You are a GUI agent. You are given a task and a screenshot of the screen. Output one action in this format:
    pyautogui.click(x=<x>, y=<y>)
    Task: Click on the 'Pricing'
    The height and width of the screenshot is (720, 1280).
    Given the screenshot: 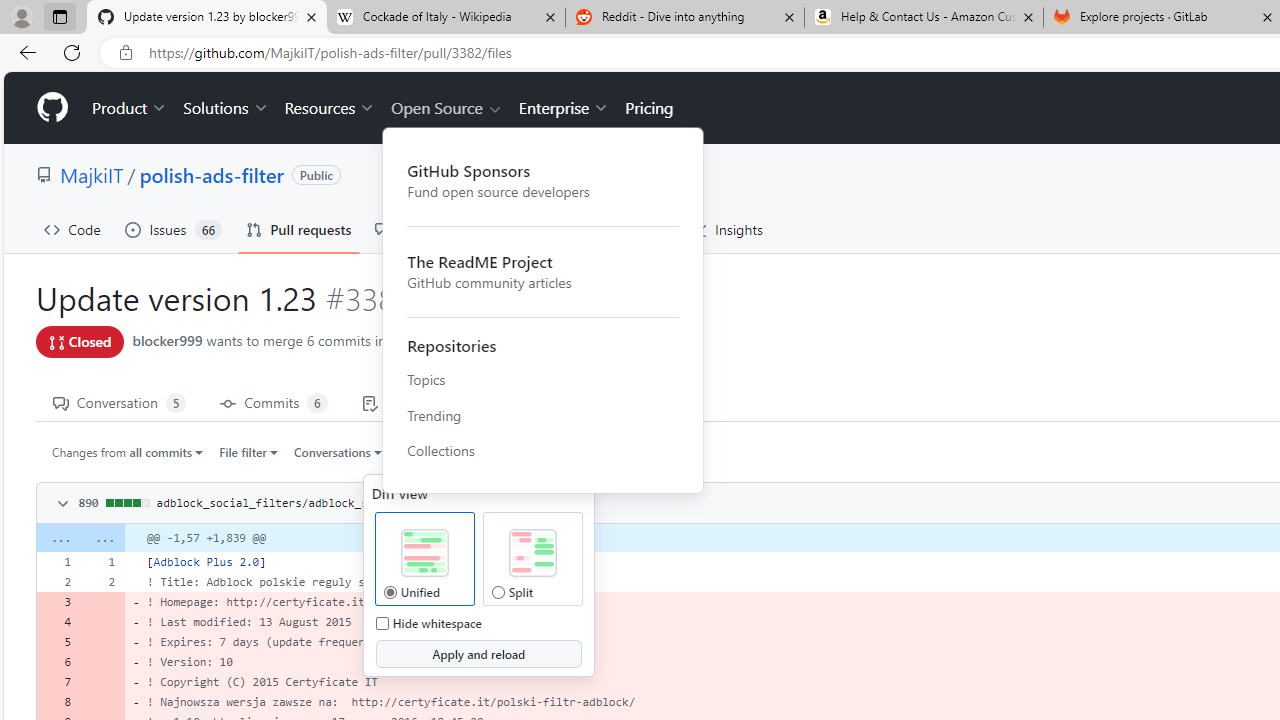 What is the action you would take?
    pyautogui.click(x=649, y=108)
    